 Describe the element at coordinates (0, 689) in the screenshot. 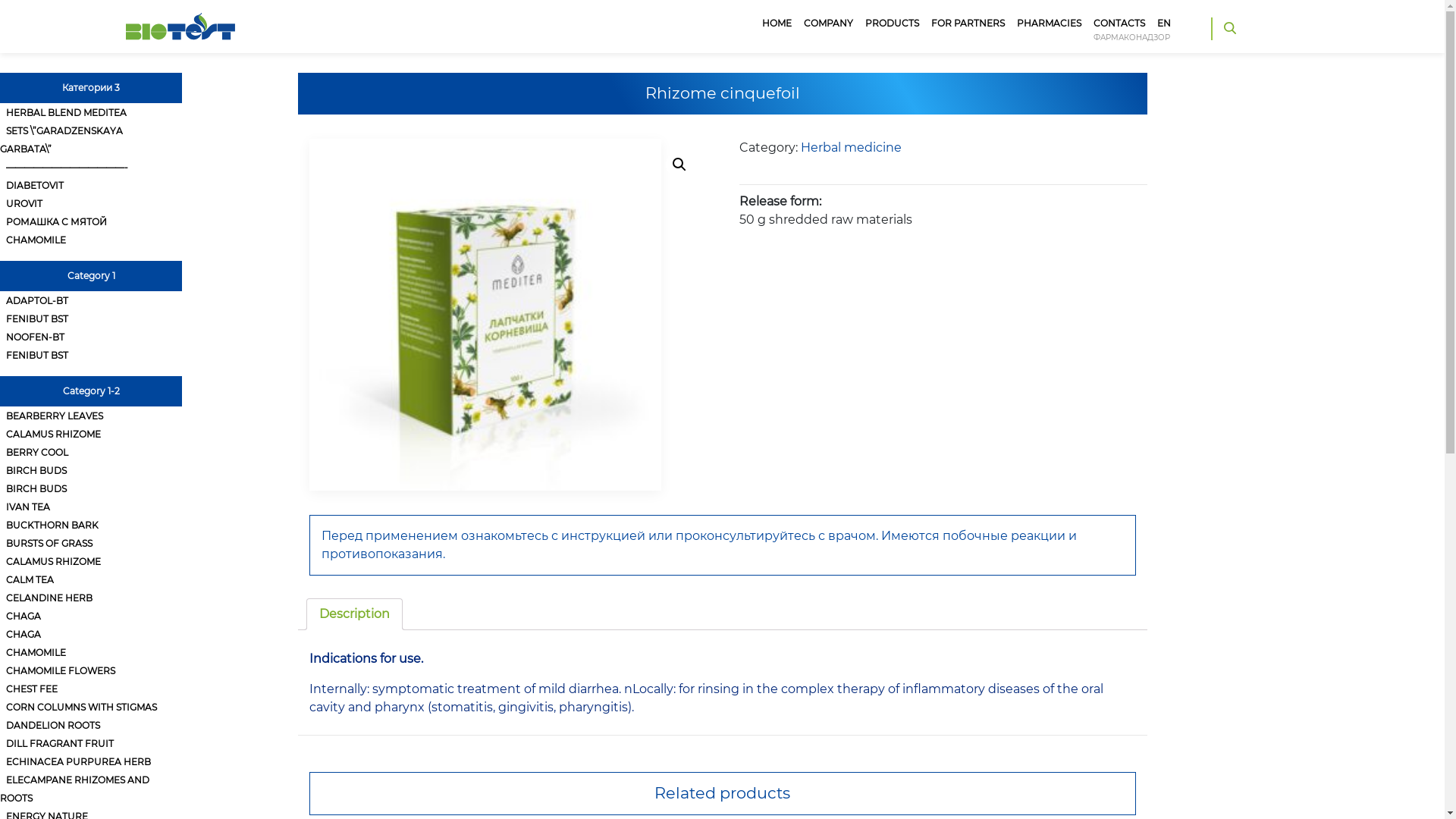

I see `'CHEST FEE'` at that location.